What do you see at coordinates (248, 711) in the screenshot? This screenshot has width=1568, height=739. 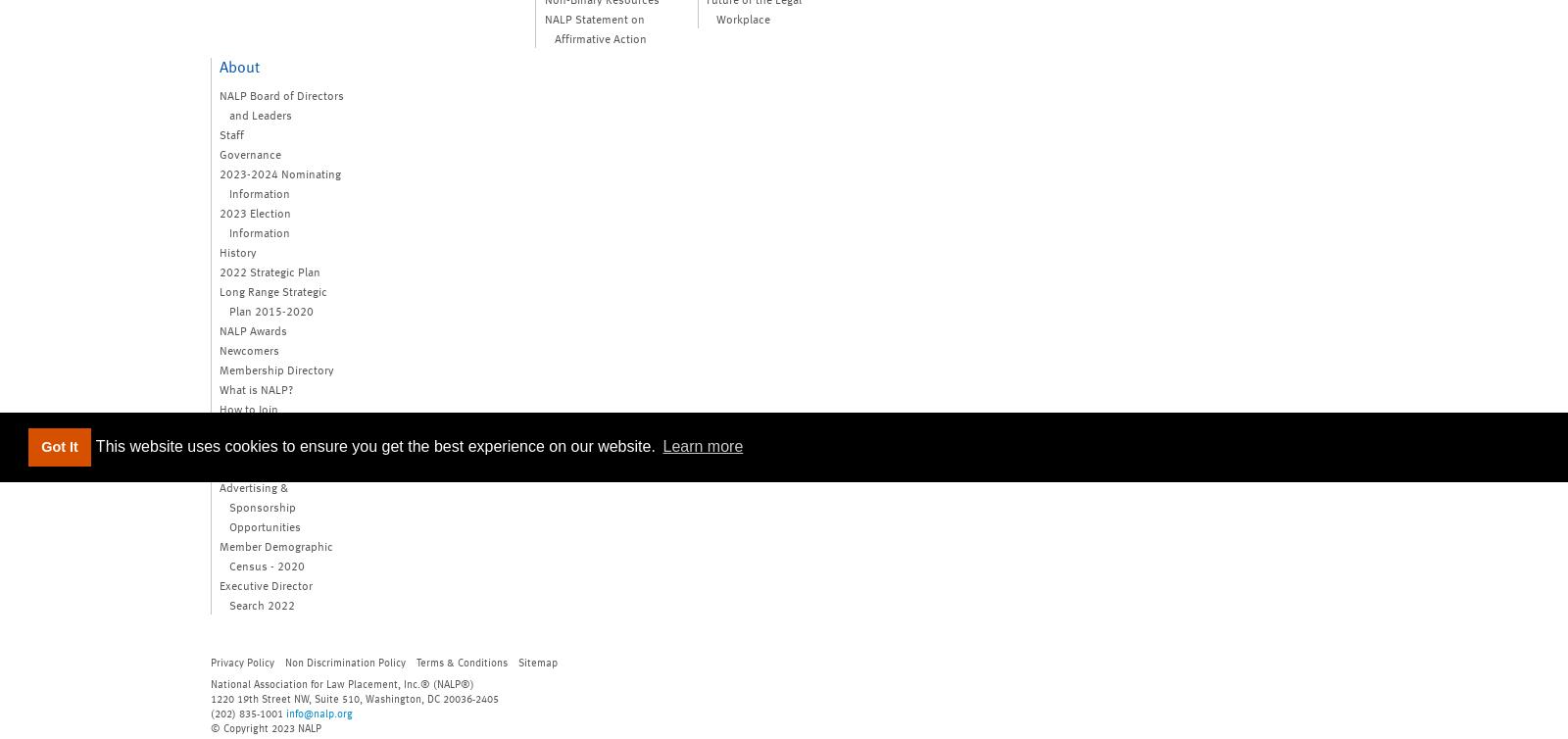 I see `'(202) 835-1001'` at bounding box center [248, 711].